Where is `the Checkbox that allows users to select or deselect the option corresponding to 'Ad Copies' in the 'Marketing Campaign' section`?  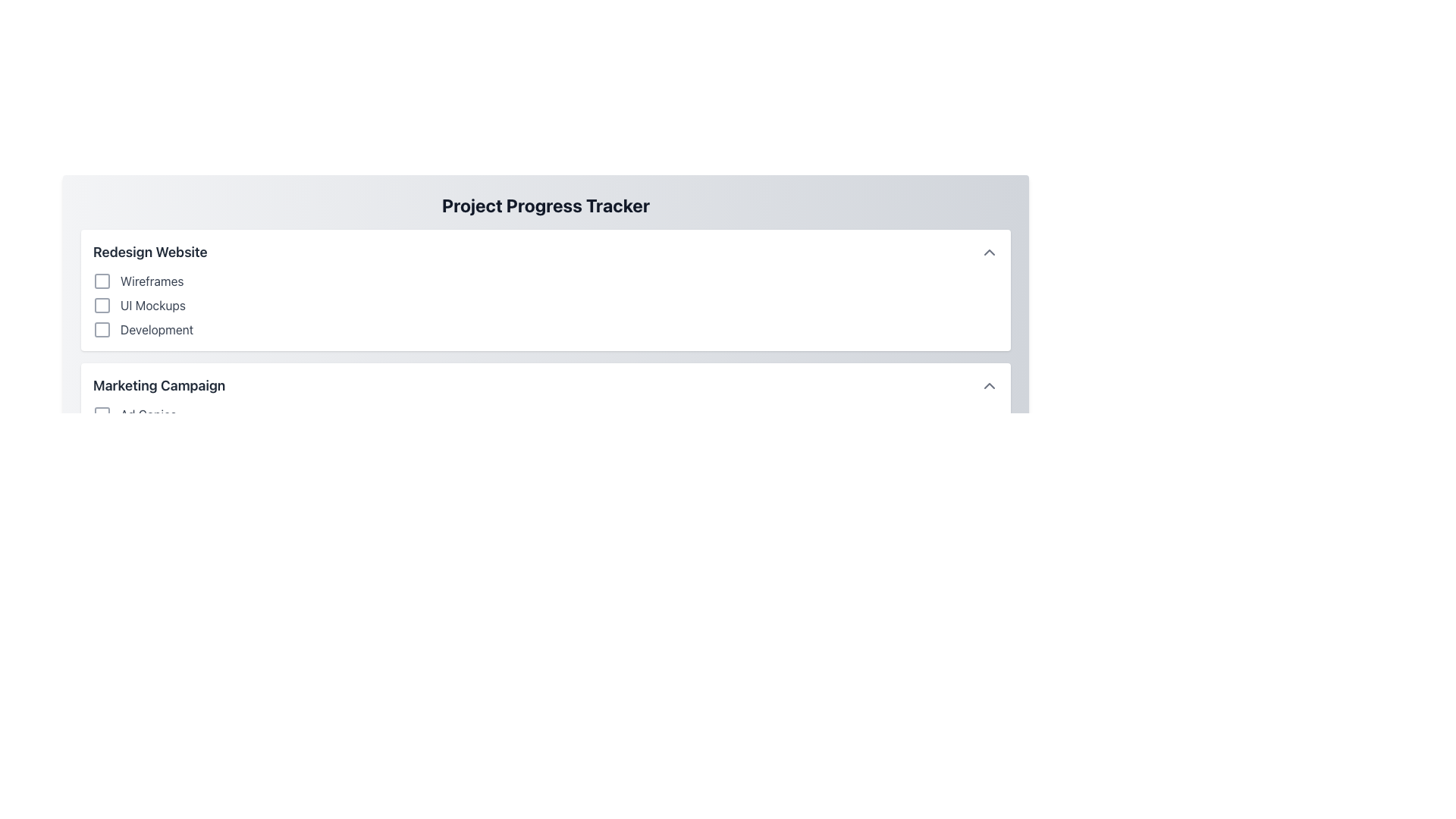
the Checkbox that allows users to select or deselect the option corresponding to 'Ad Copies' in the 'Marketing Campaign' section is located at coordinates (101, 415).